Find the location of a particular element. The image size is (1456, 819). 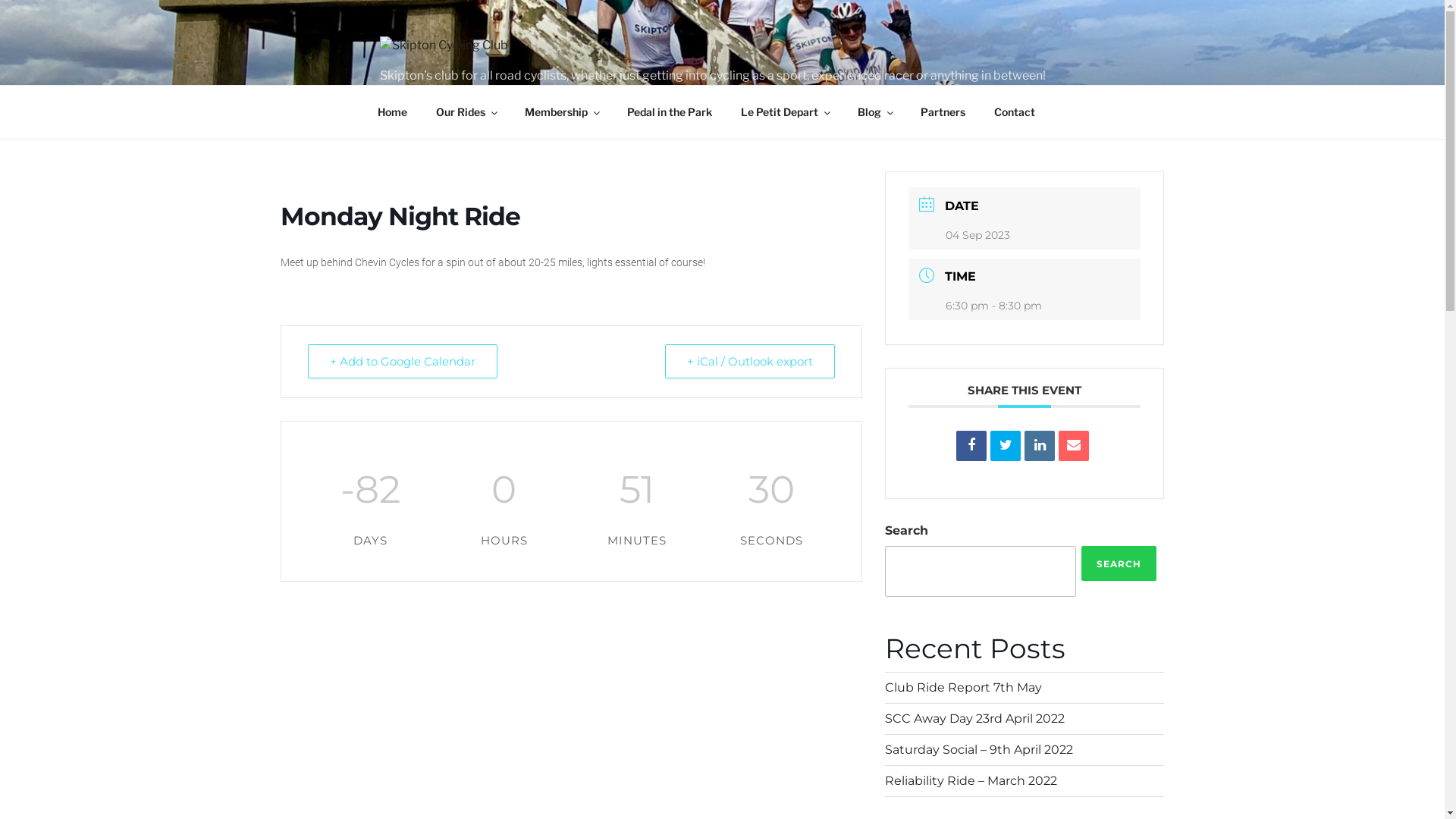

'+ Add to Google Calendar' is located at coordinates (403, 361).